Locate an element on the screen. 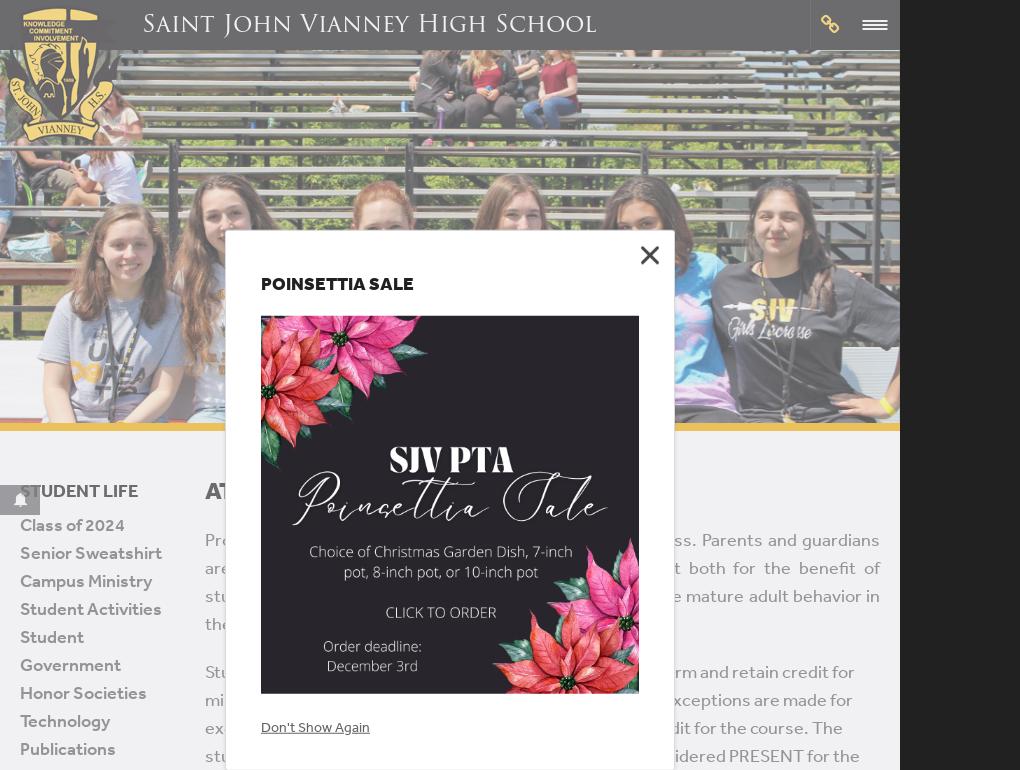 Image resolution: width=1020 pixels, height=770 pixels. 'Alumni' is located at coordinates (458, 487).